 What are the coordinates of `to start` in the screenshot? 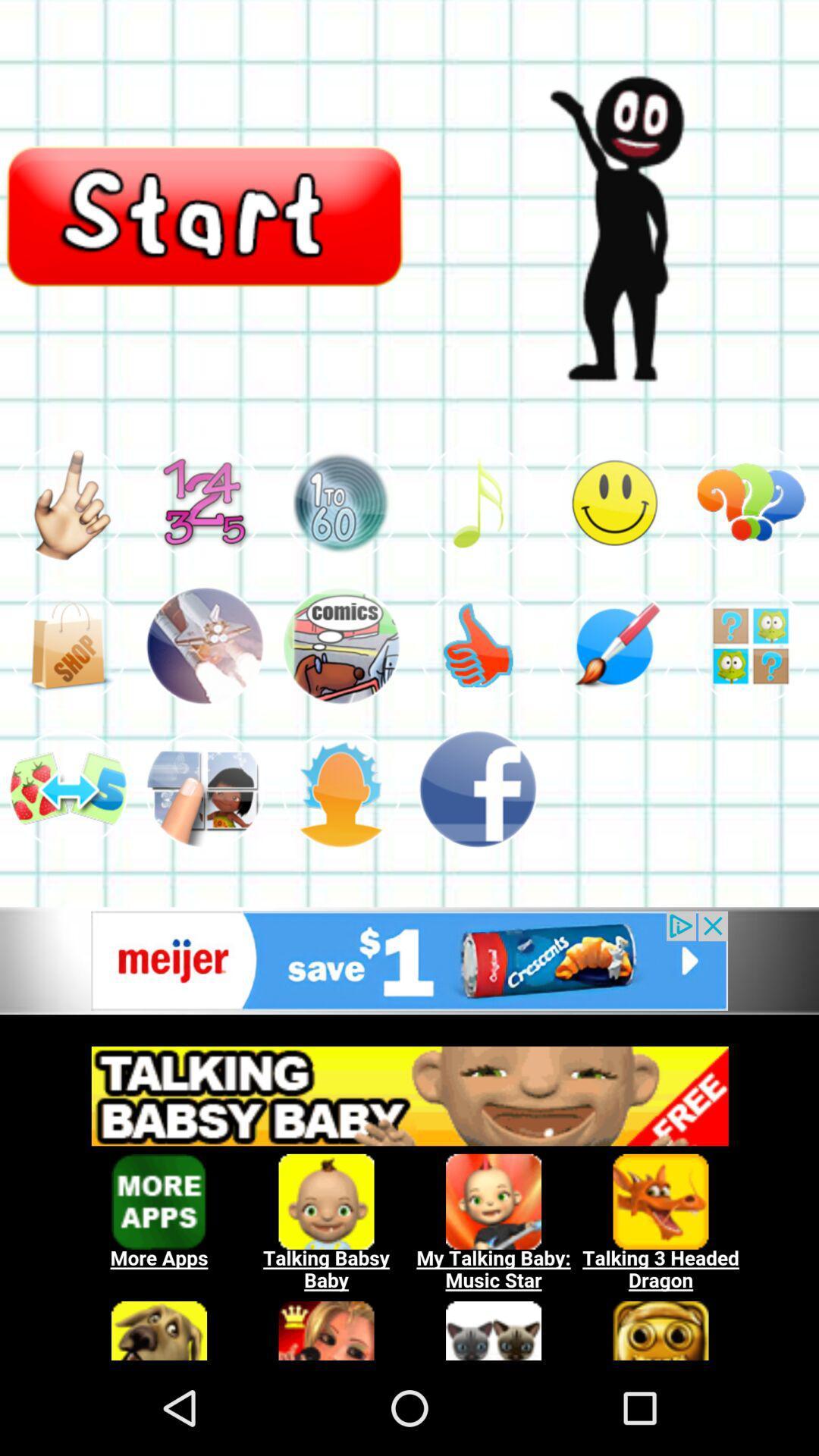 It's located at (614, 502).